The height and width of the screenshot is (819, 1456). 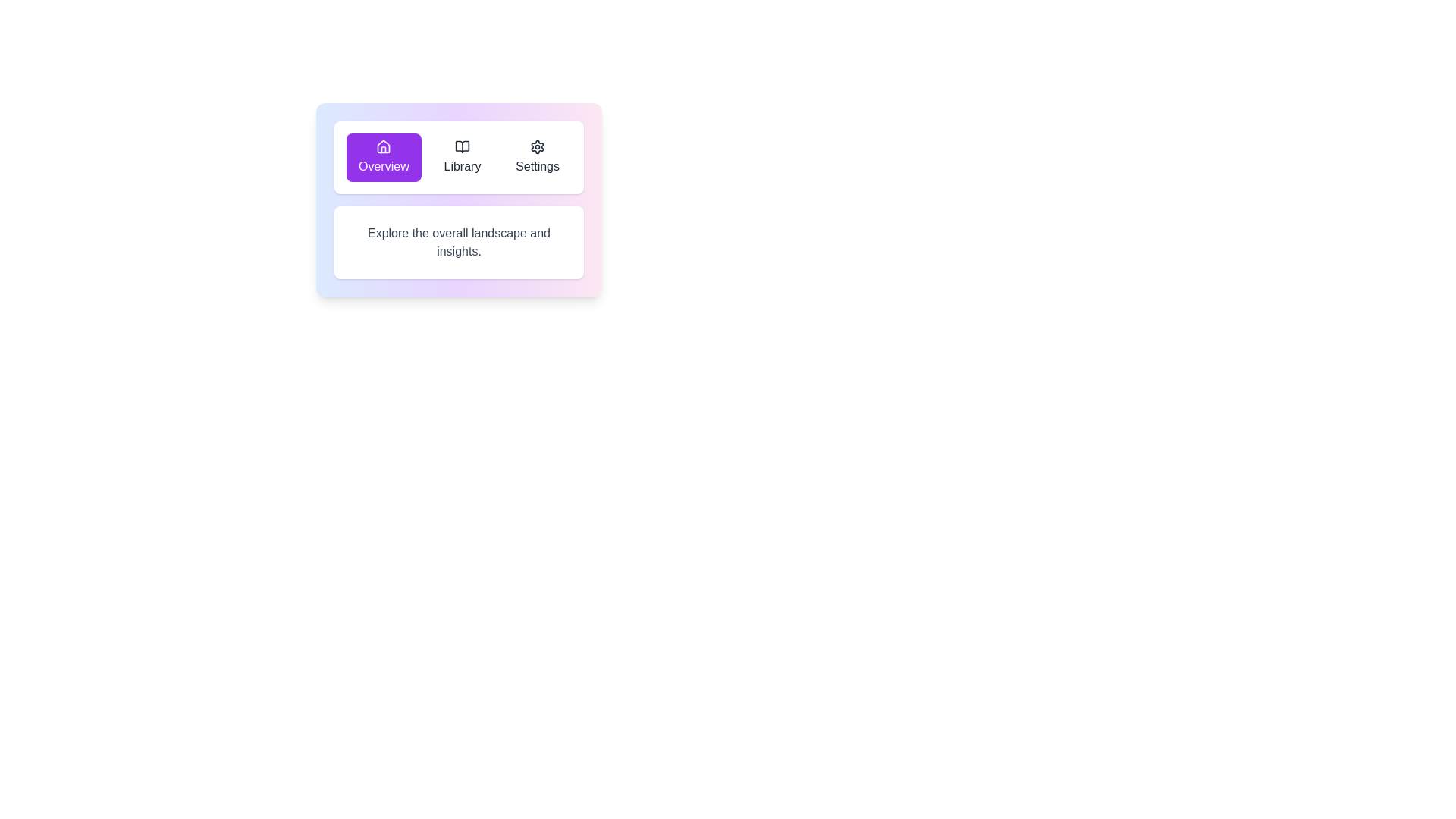 What do you see at coordinates (461, 146) in the screenshot?
I see `the Decorative Icon representing an open book within the 'Library' button in the navigation bar` at bounding box center [461, 146].